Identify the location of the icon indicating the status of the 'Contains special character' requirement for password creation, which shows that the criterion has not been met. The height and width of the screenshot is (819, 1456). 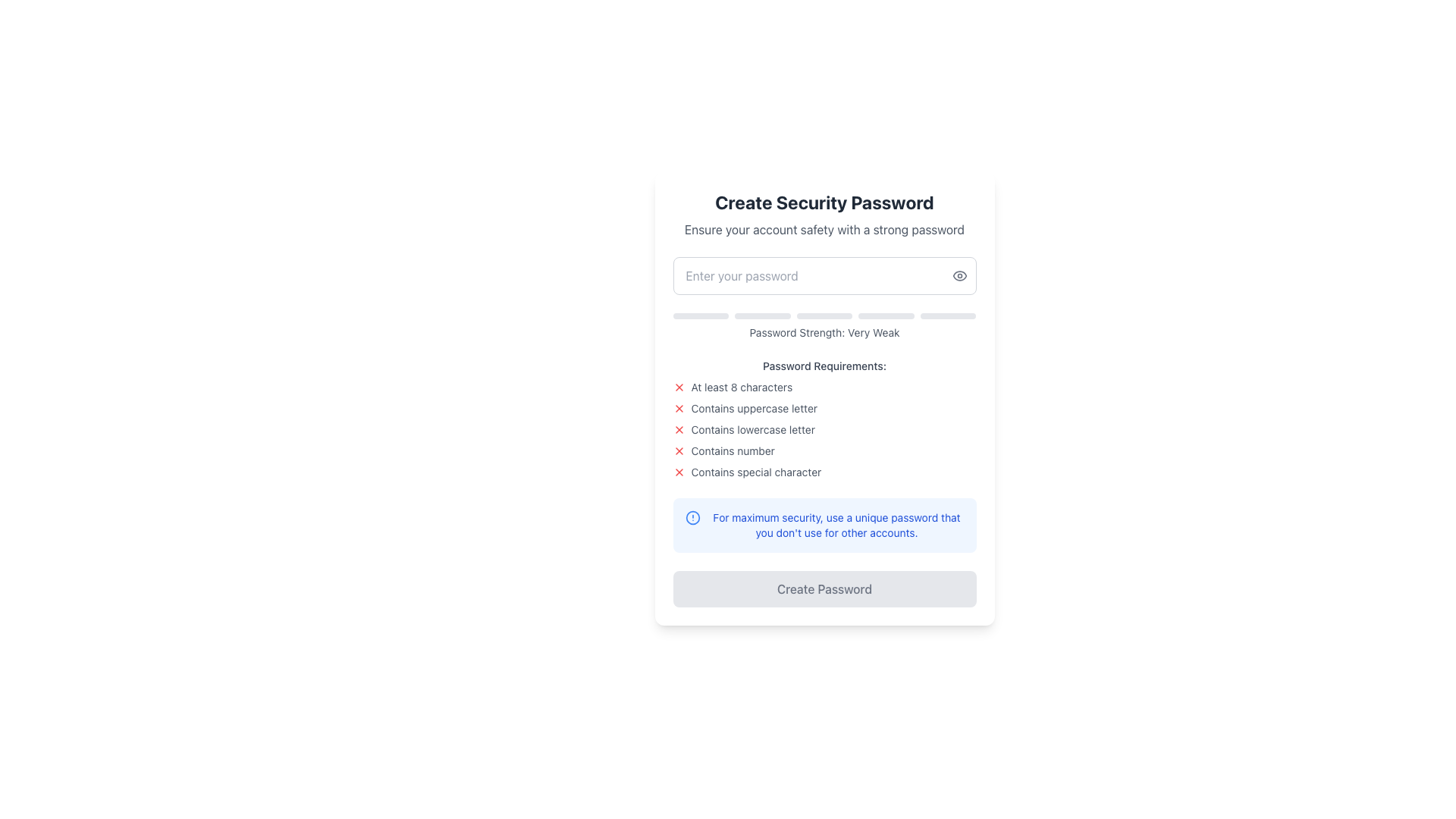
(678, 472).